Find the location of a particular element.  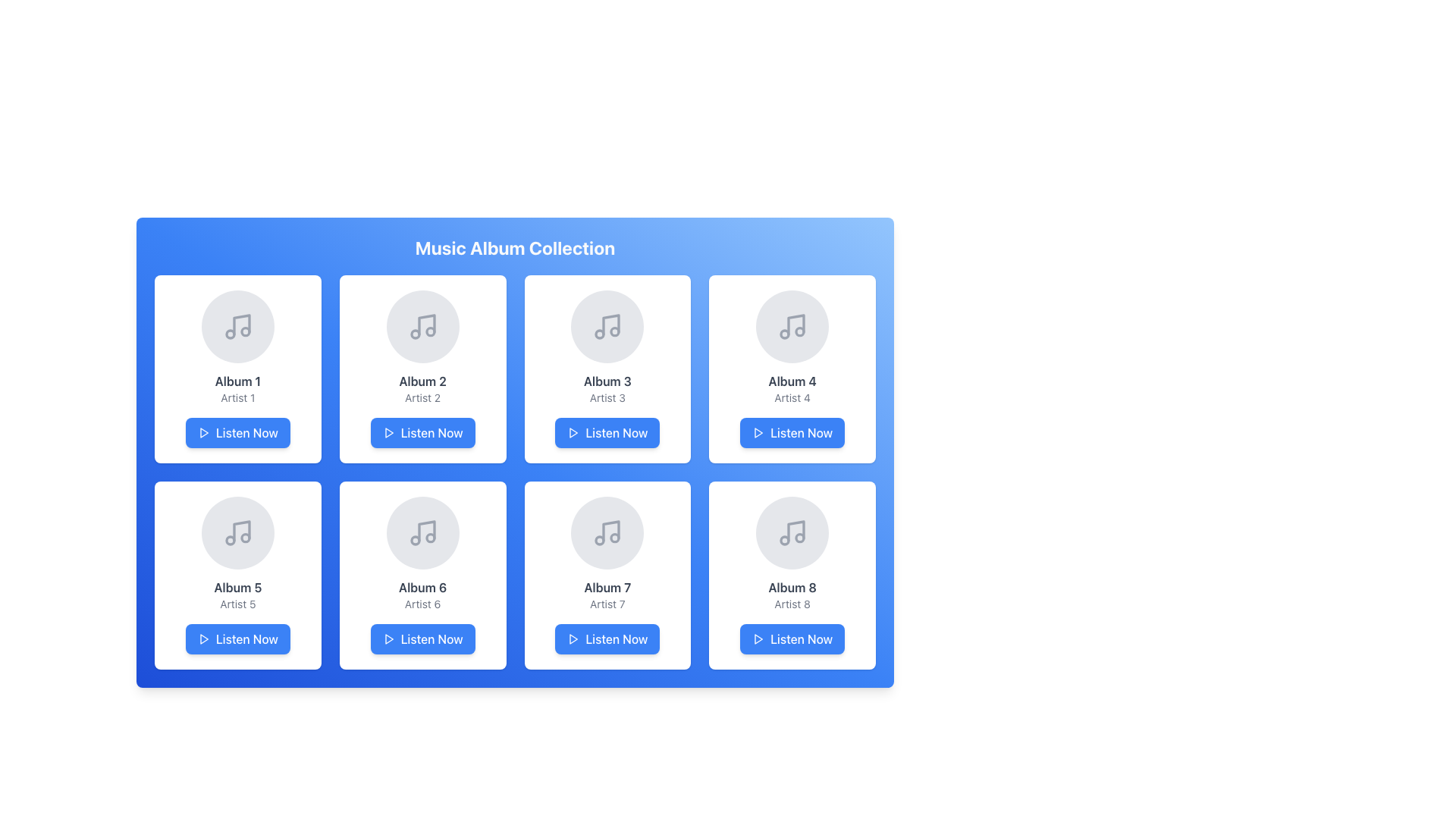

the playback button located in the bottom section of the box containing 'Album 1' and 'Artist 1' is located at coordinates (237, 432).